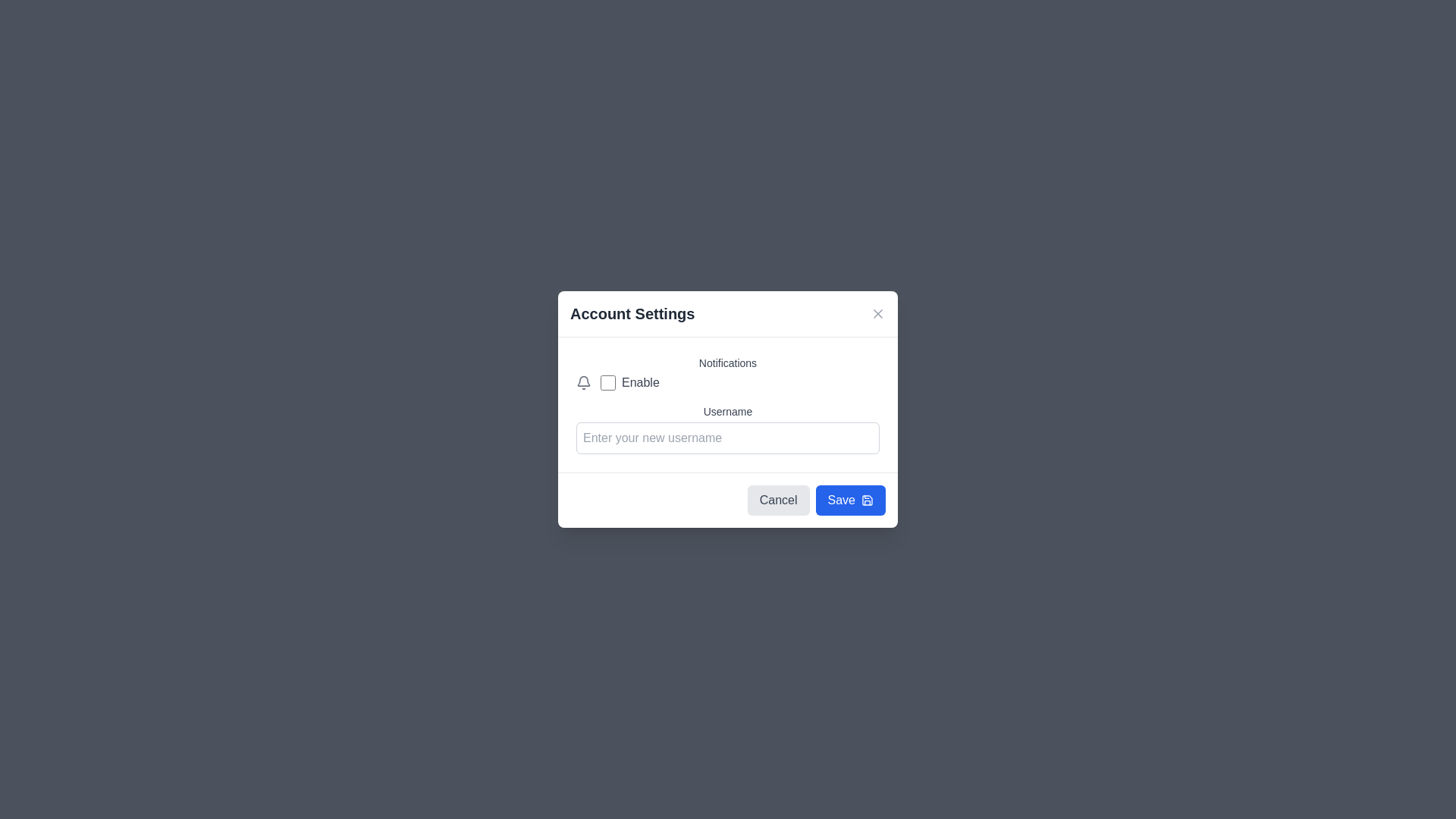  What do you see at coordinates (850, 500) in the screenshot?
I see `the 'Save' button located in the lower right corner of the 'Account Settings' dialog` at bounding box center [850, 500].